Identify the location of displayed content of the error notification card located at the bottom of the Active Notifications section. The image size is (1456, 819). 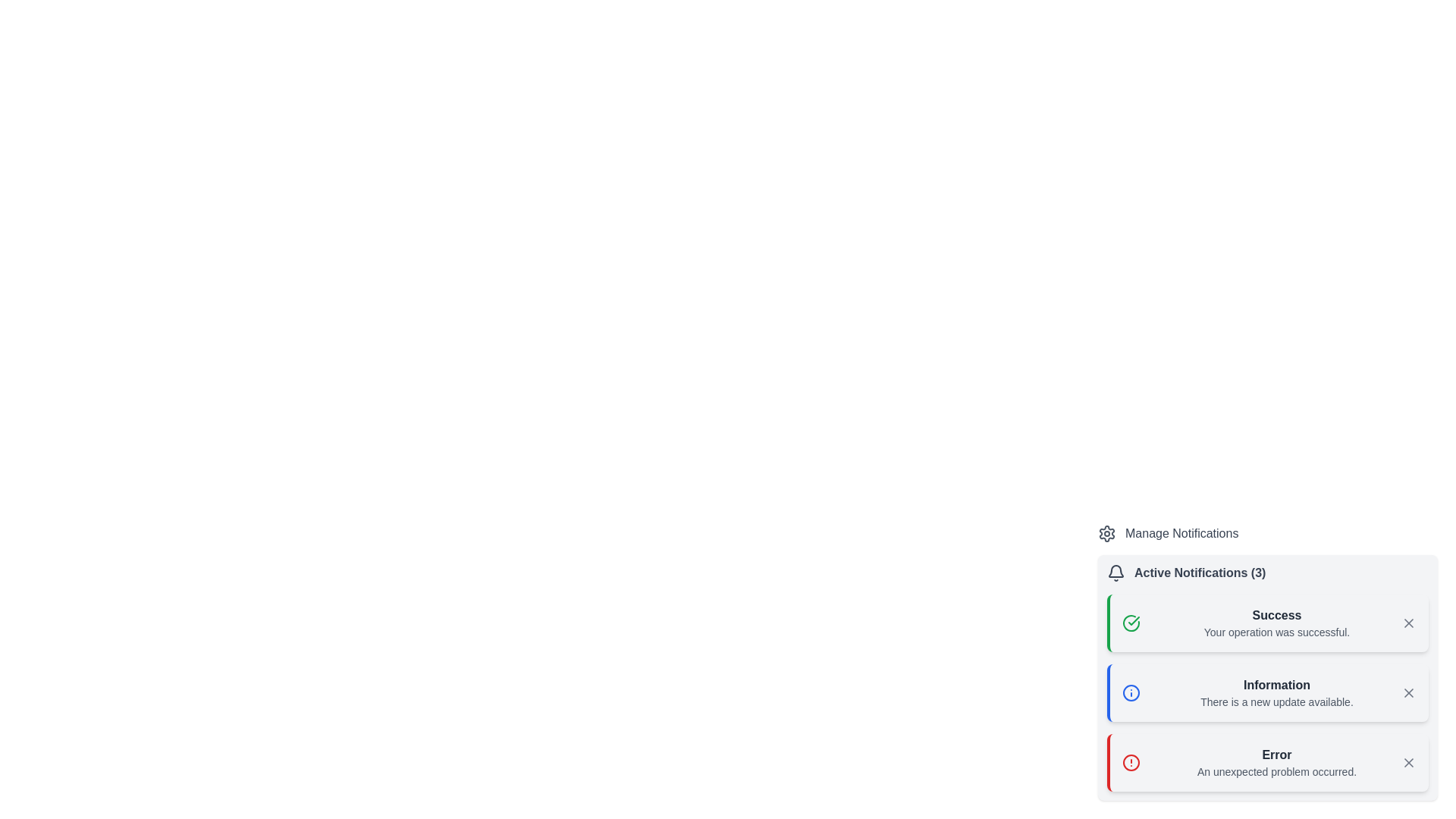
(1267, 763).